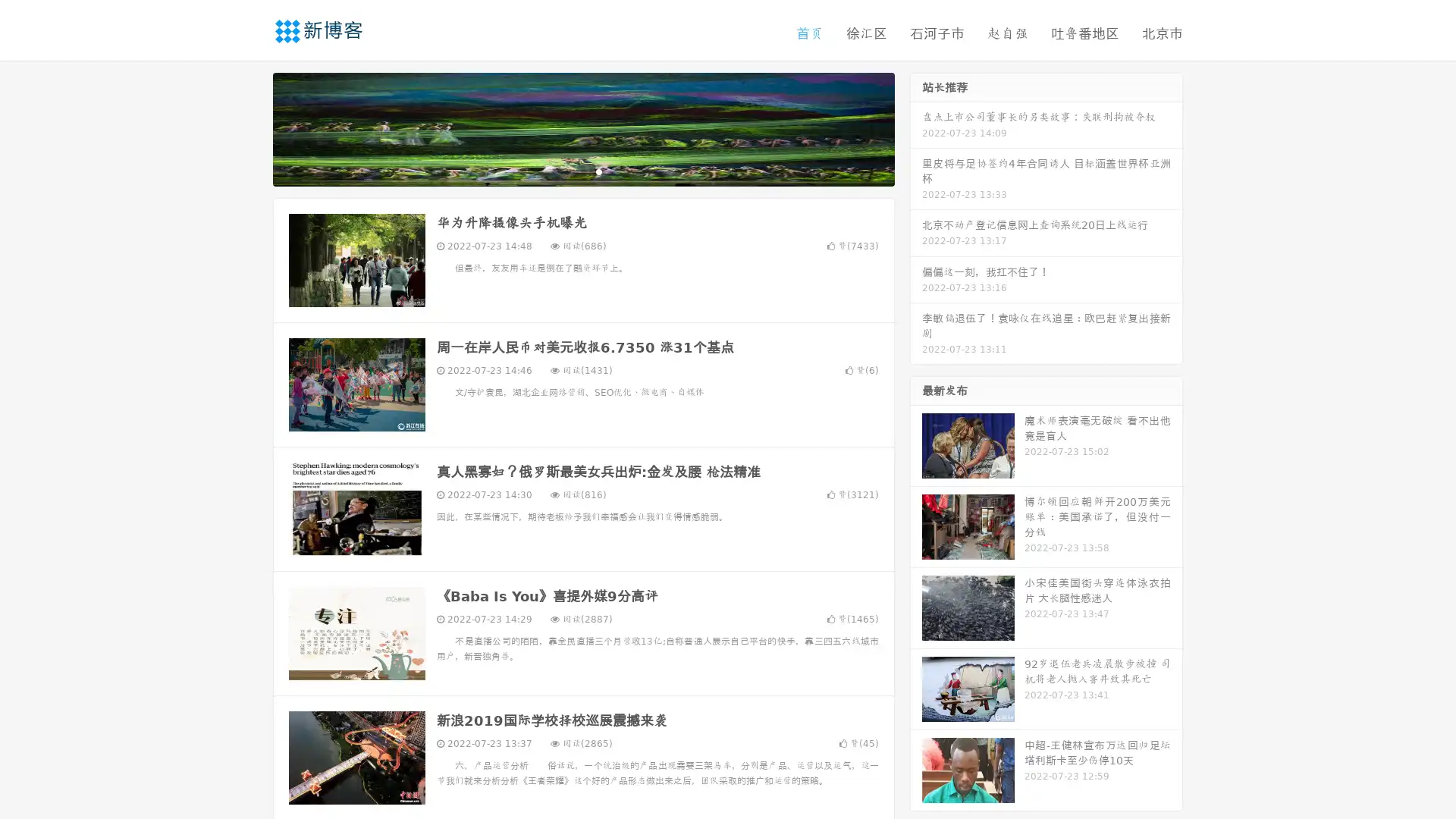 Image resolution: width=1456 pixels, height=819 pixels. I want to click on Next slide, so click(916, 127).